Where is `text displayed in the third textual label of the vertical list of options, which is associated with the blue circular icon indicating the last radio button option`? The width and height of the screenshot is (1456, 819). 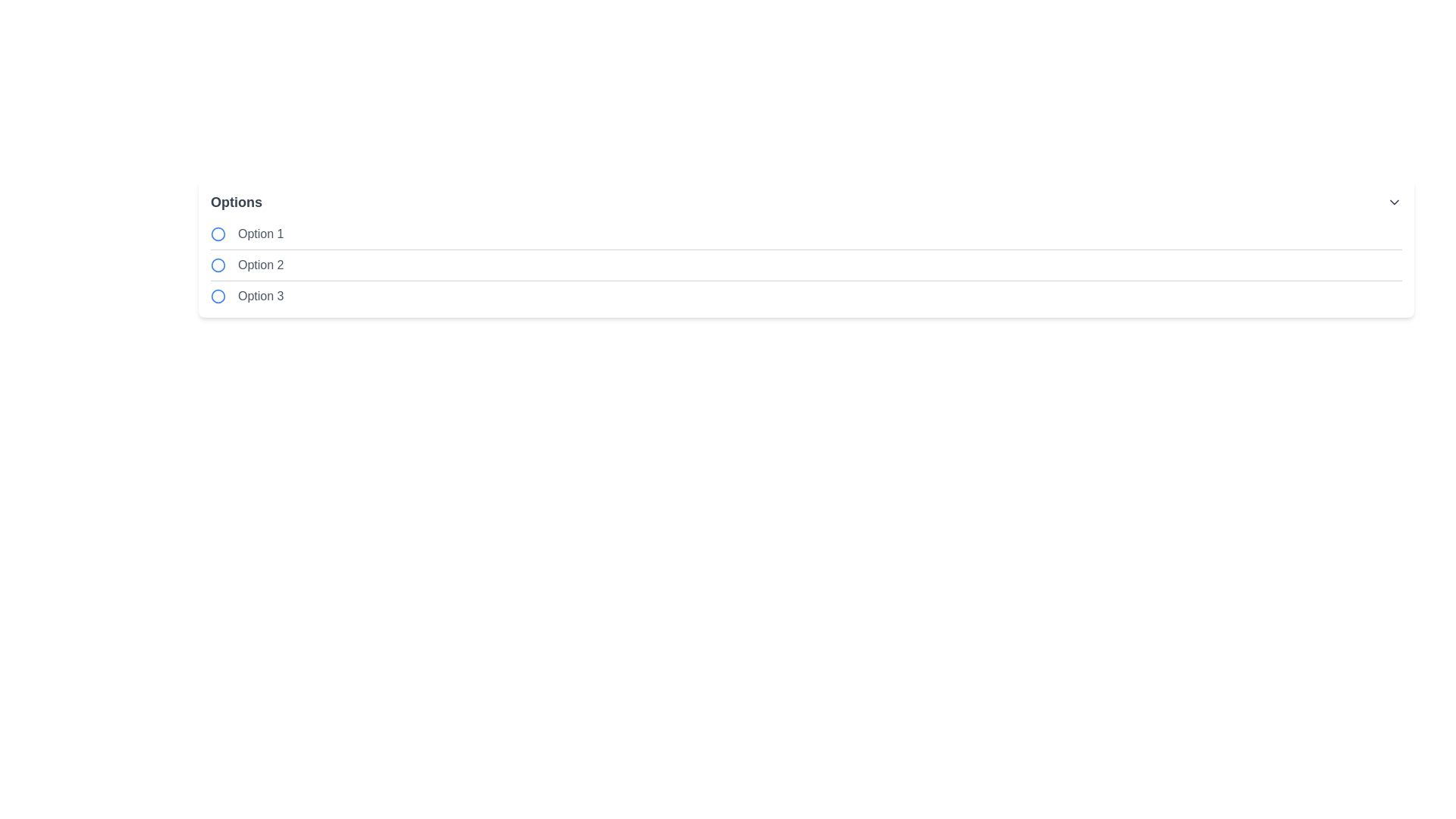 text displayed in the third textual label of the vertical list of options, which is associated with the blue circular icon indicating the last radio button option is located at coordinates (261, 296).